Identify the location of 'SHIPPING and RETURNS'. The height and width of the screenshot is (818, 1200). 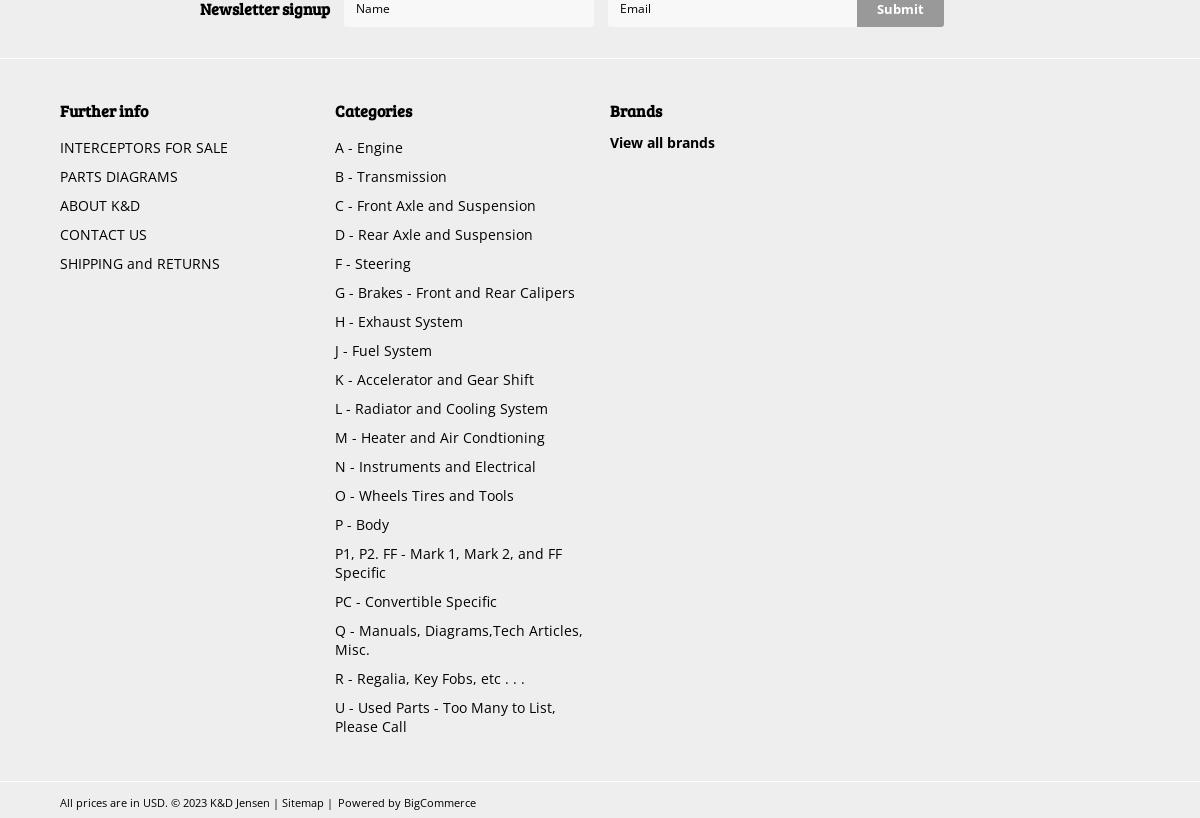
(140, 263).